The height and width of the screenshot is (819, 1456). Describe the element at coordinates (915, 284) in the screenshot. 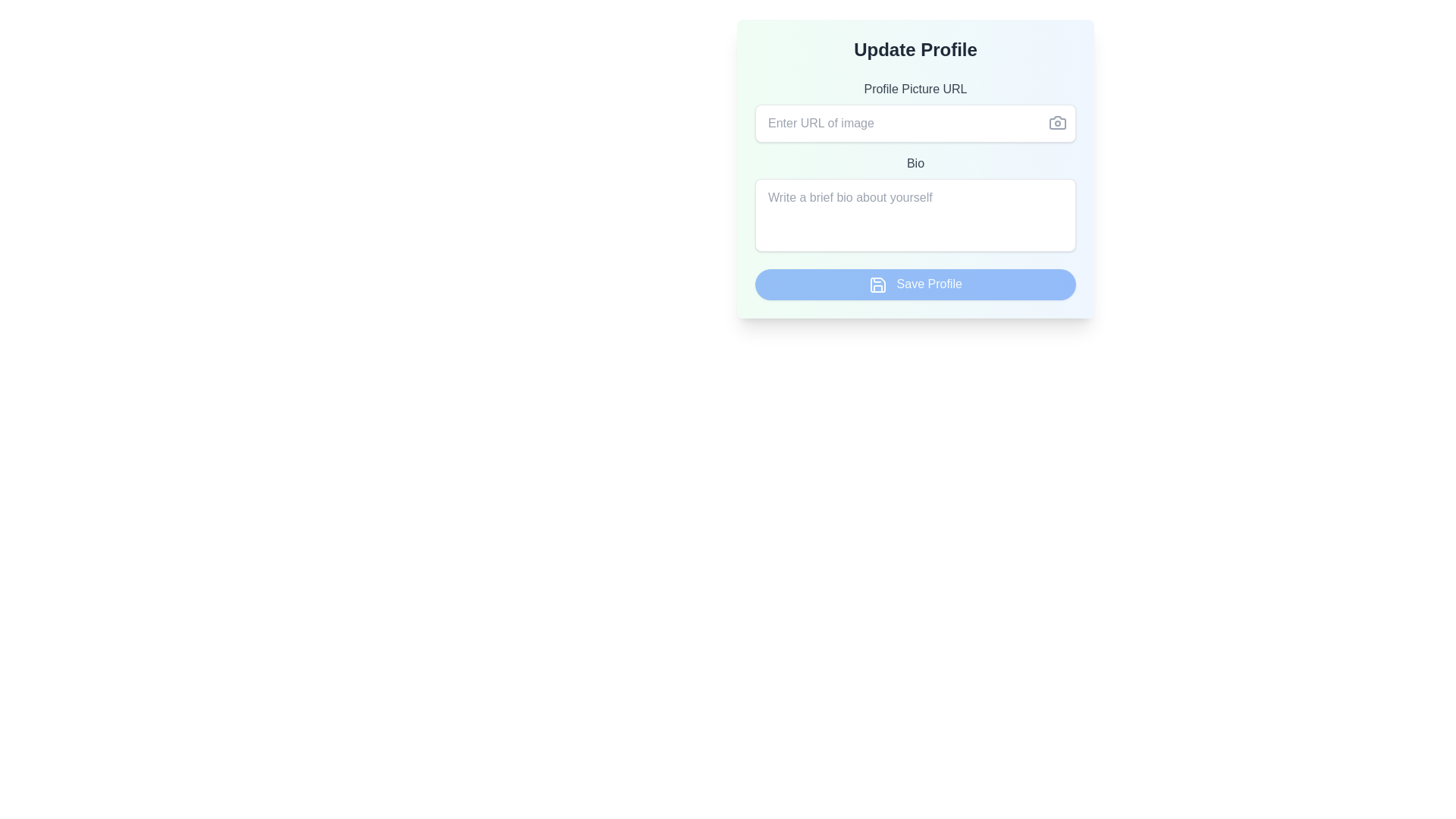

I see `the 'Save Profile' button located at the bottom of the 'Update Profile' form` at that location.